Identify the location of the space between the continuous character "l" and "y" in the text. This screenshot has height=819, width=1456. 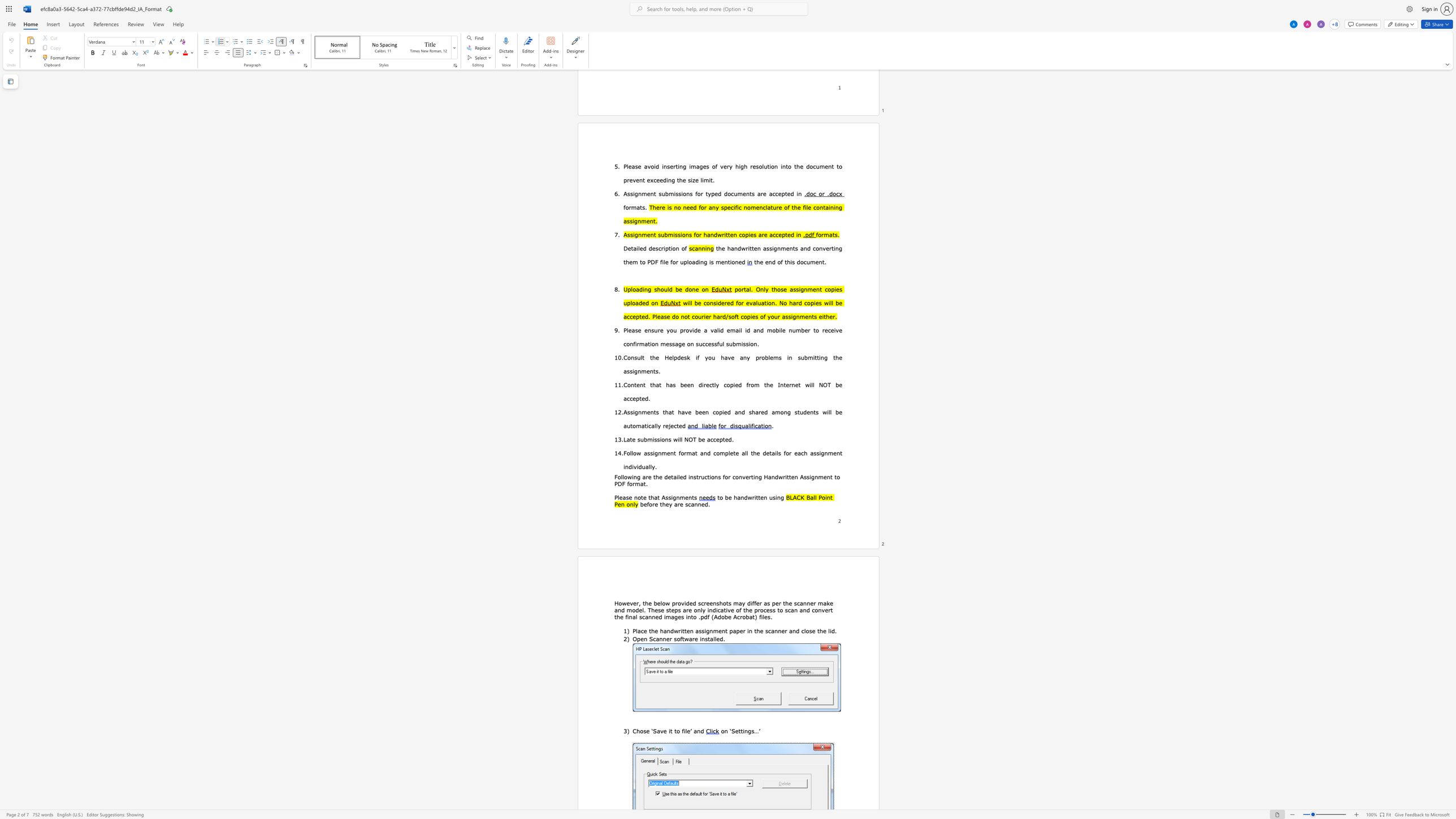
(651, 466).